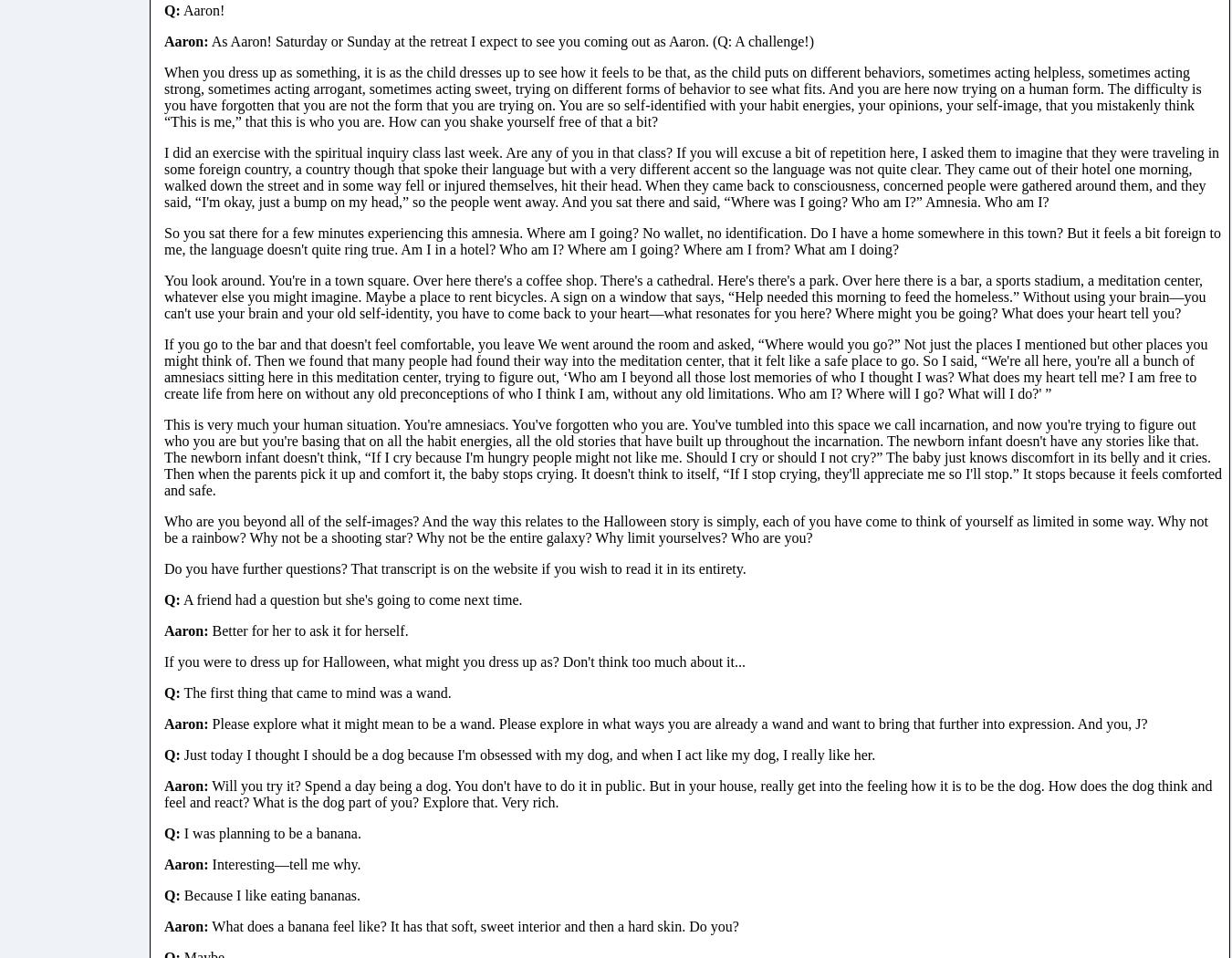  I want to click on 'When you dress up as something, it is as the child dresses up to see how it feels to be that, as the child puts on different behaviors, sometimes acting helpless, sometimes acting strong, sometimes acting arrogant, sometimes acting sweet, trying on different forms of behavior to see what fits. And you are here now trying on a human form. The difficulty is you have forgotten that you are not the form that you are trying on. You are so self-identified with your habit energies, your opinions, your self-image, that you mistakenly think “This is me,” that this is who you are. How can you shake yourself free of that a bit?', so click(682, 96).